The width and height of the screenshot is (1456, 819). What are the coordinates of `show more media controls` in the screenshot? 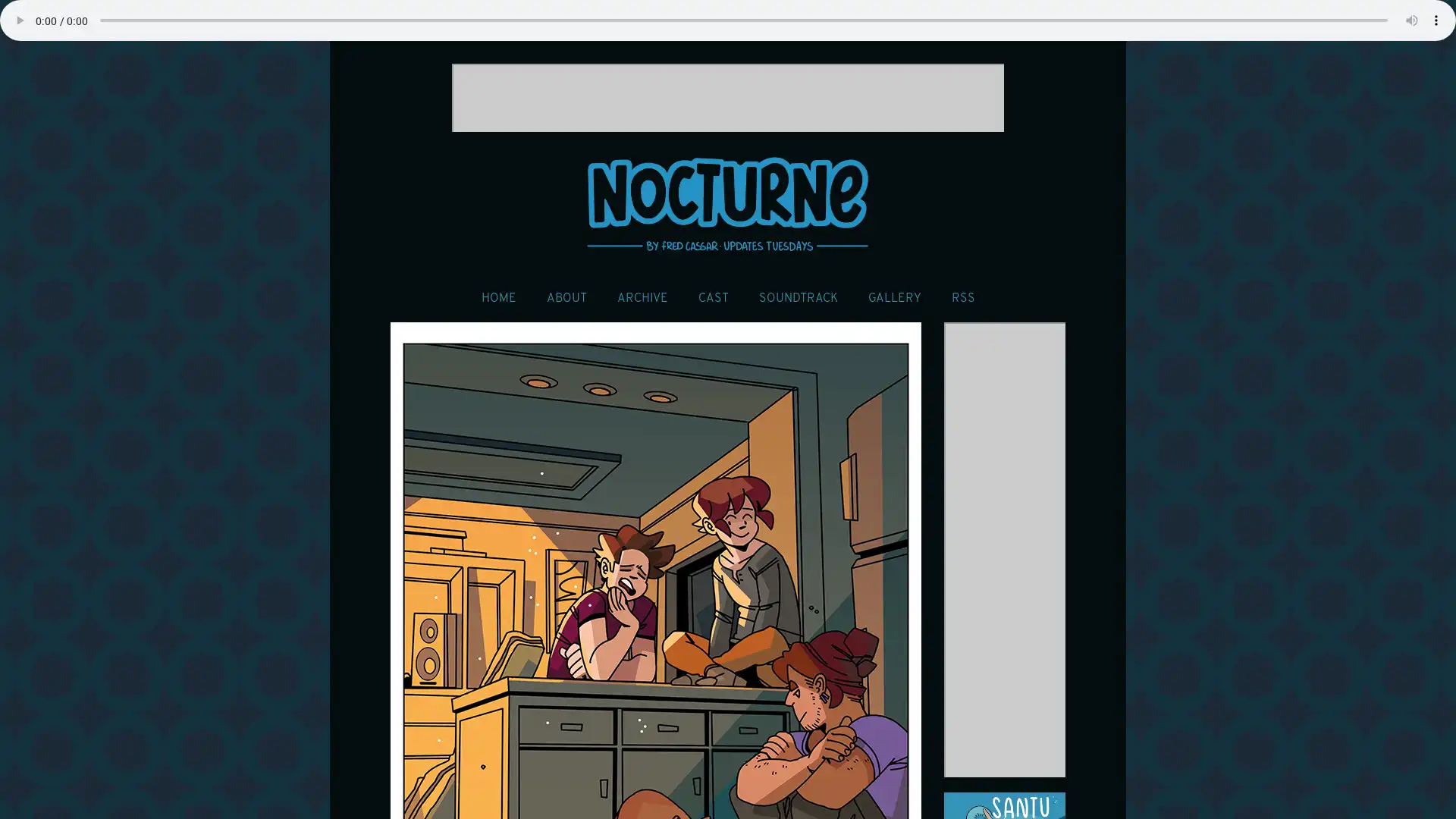 It's located at (1436, 20).